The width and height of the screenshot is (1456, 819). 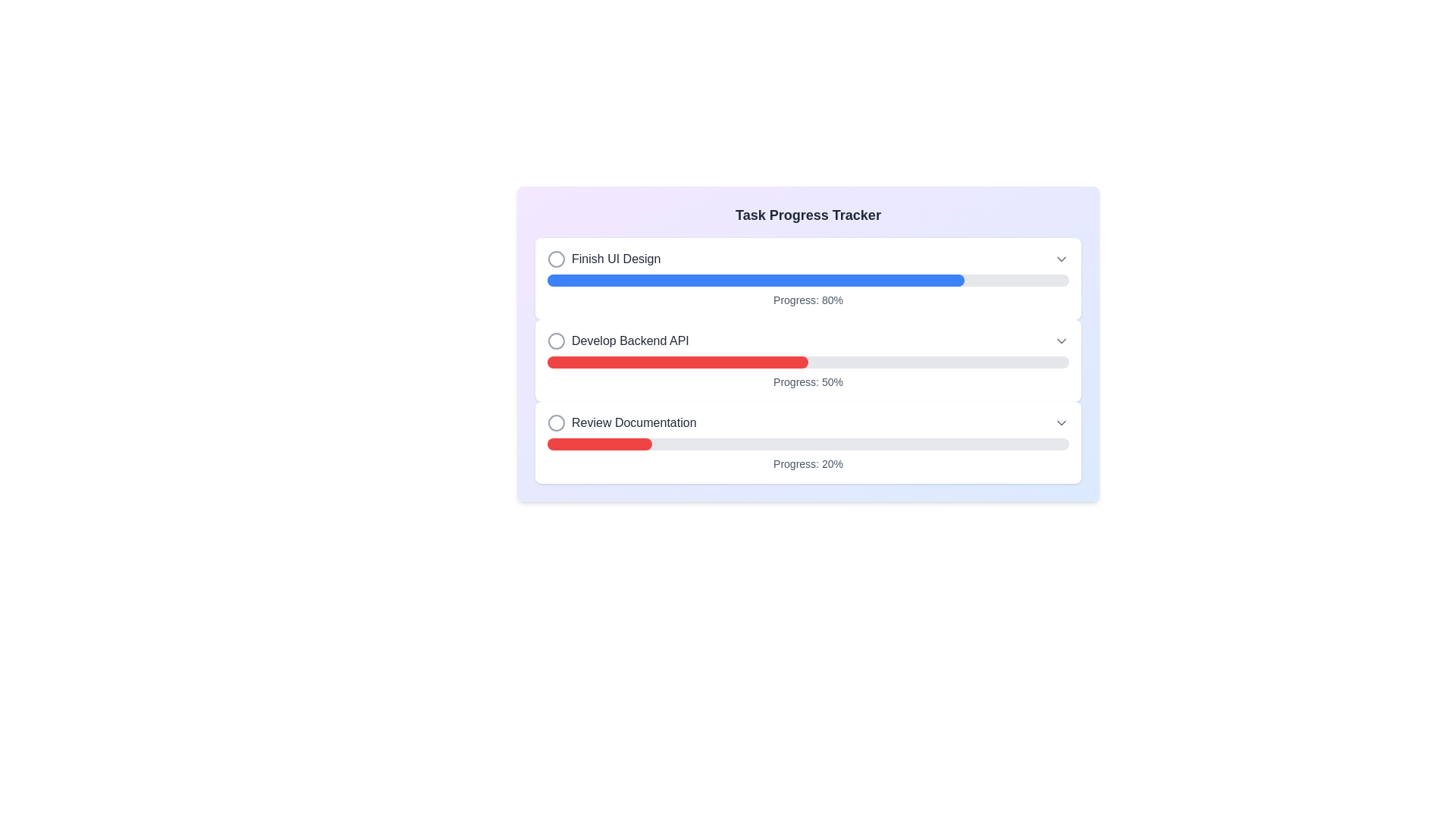 I want to click on the chevron-down arrow icon located at the far right end of the task row labeled 'Finish UI Design', so click(x=1061, y=259).